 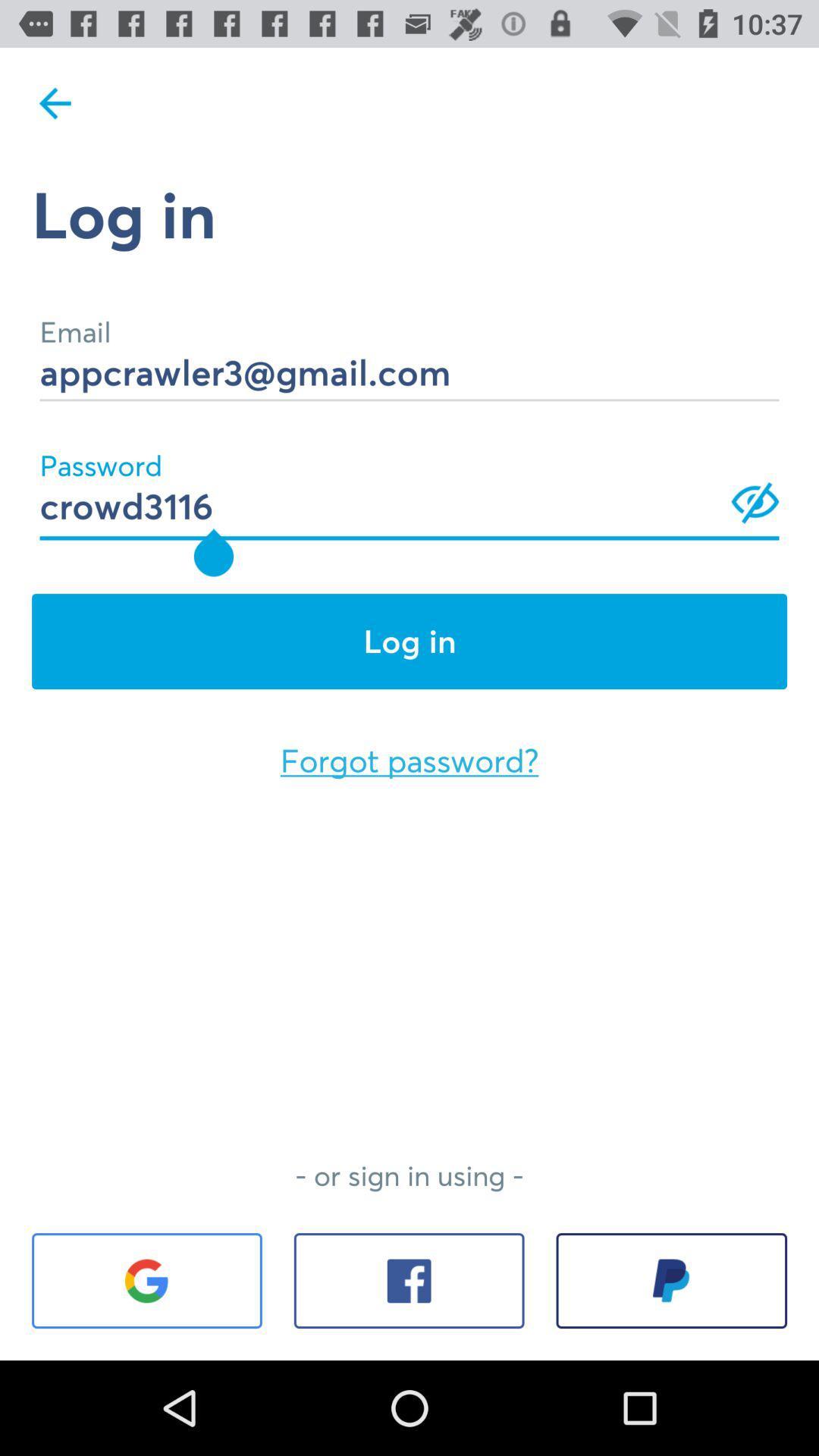 What do you see at coordinates (670, 1280) in the screenshot?
I see `the icon at the bottom right corner` at bounding box center [670, 1280].